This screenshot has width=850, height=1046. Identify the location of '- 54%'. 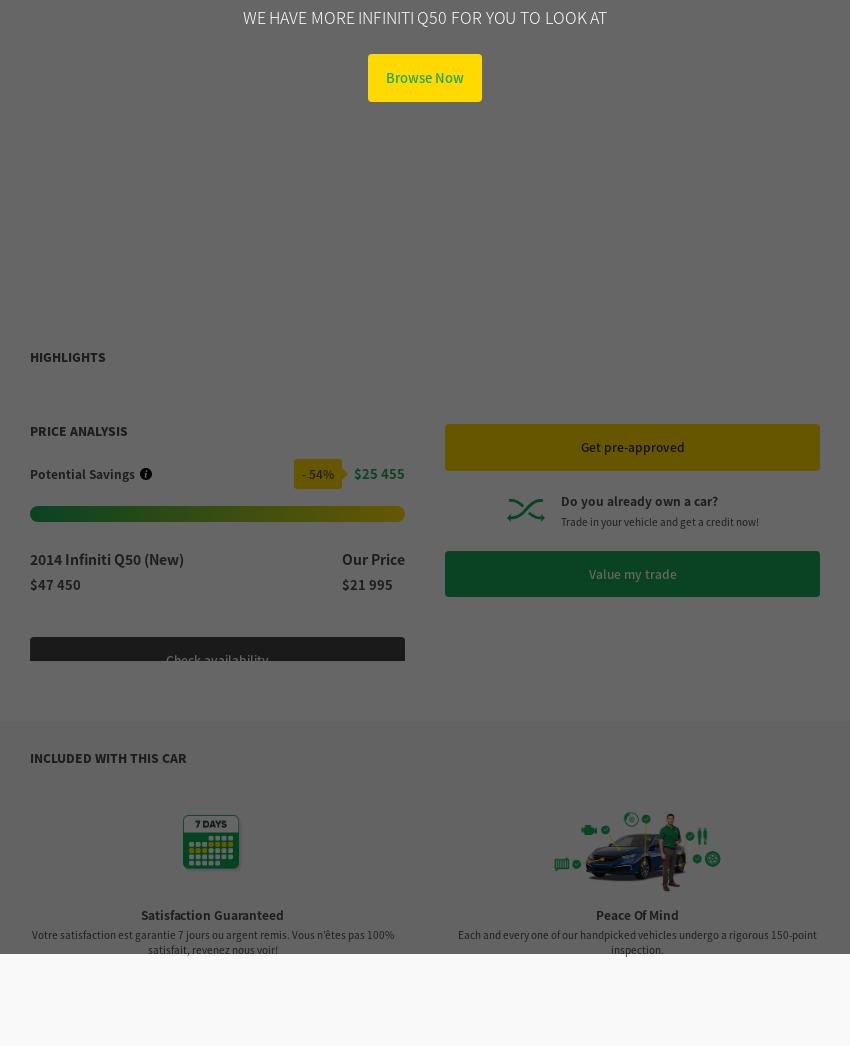
(317, 94).